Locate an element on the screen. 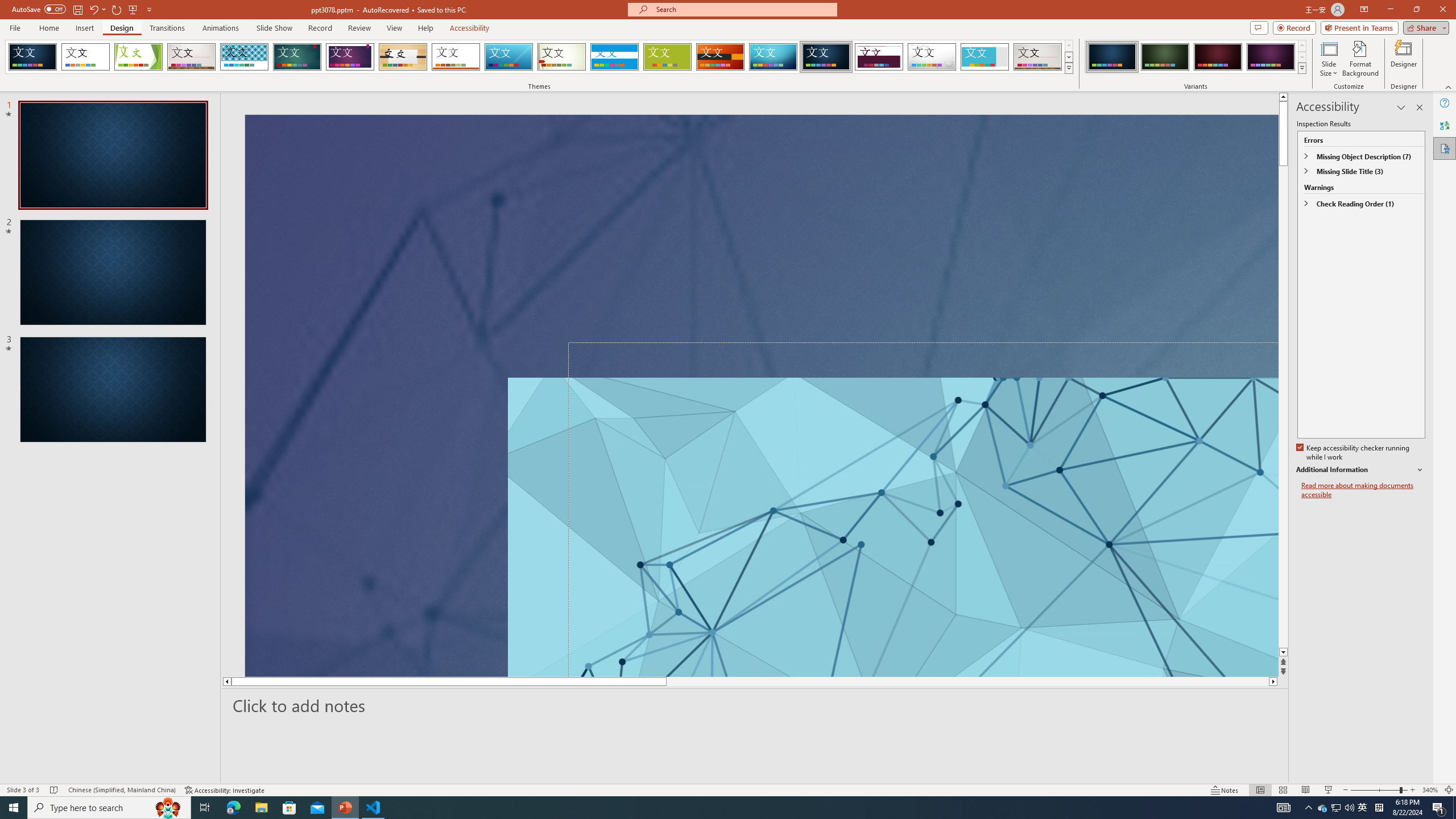 This screenshot has width=1456, height=819. 'Banded' is located at coordinates (614, 56).